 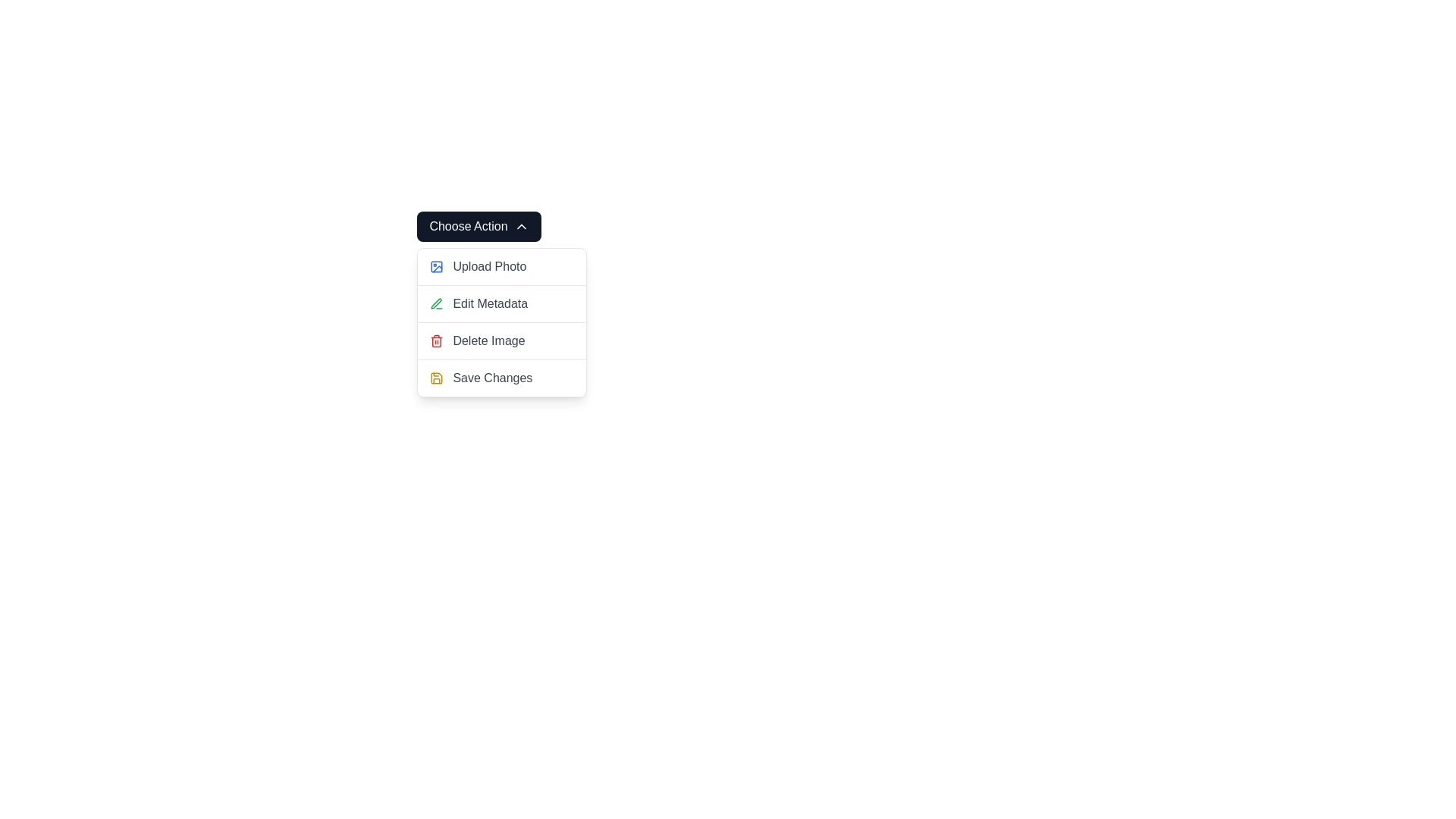 What do you see at coordinates (502, 377) in the screenshot?
I see `the 'Save Changes' button located as the last item in the dropdown menu, positioned below the 'Delete Image' option` at bounding box center [502, 377].